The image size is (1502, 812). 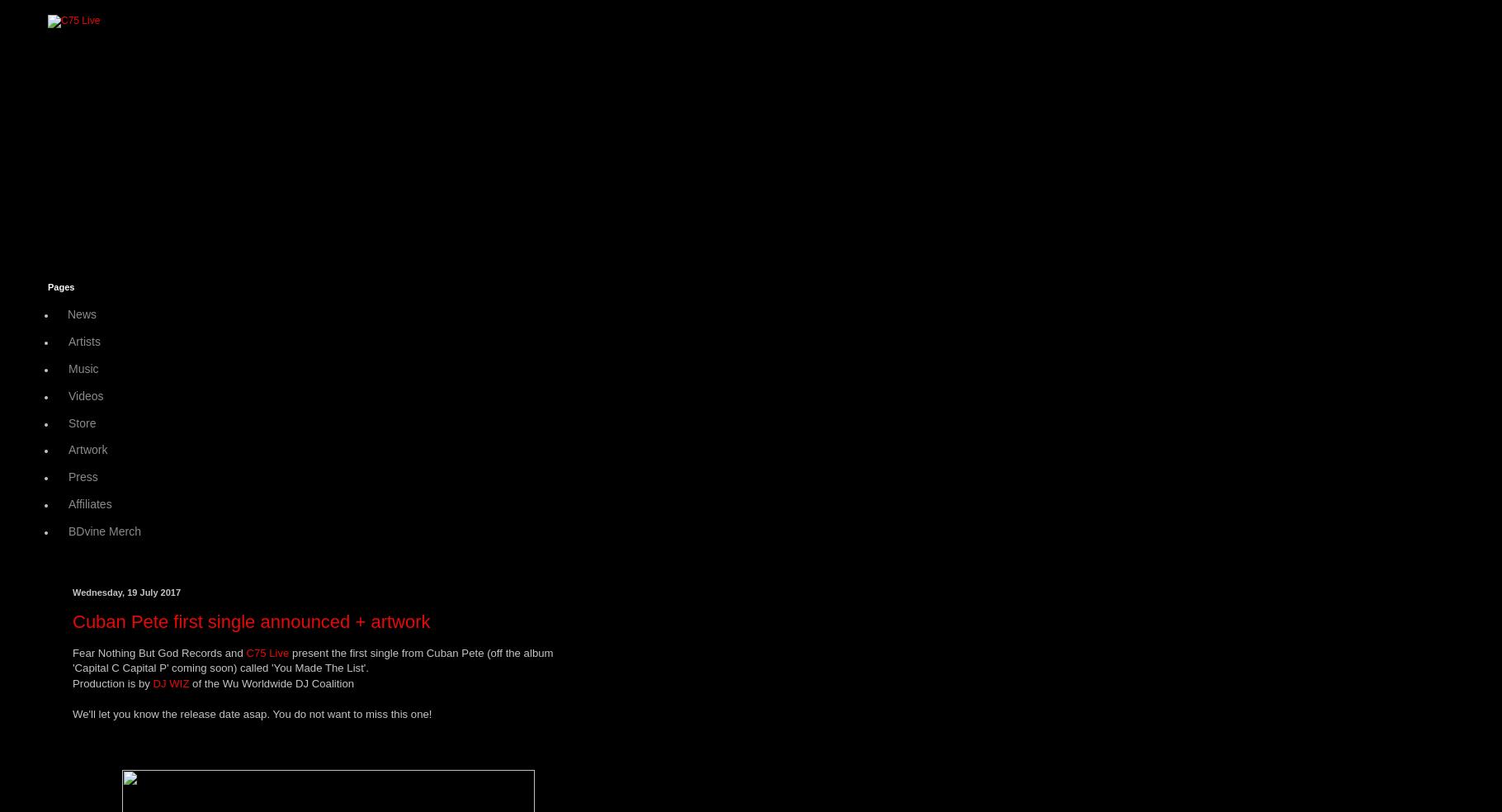 I want to click on 'Music', so click(x=83, y=368).